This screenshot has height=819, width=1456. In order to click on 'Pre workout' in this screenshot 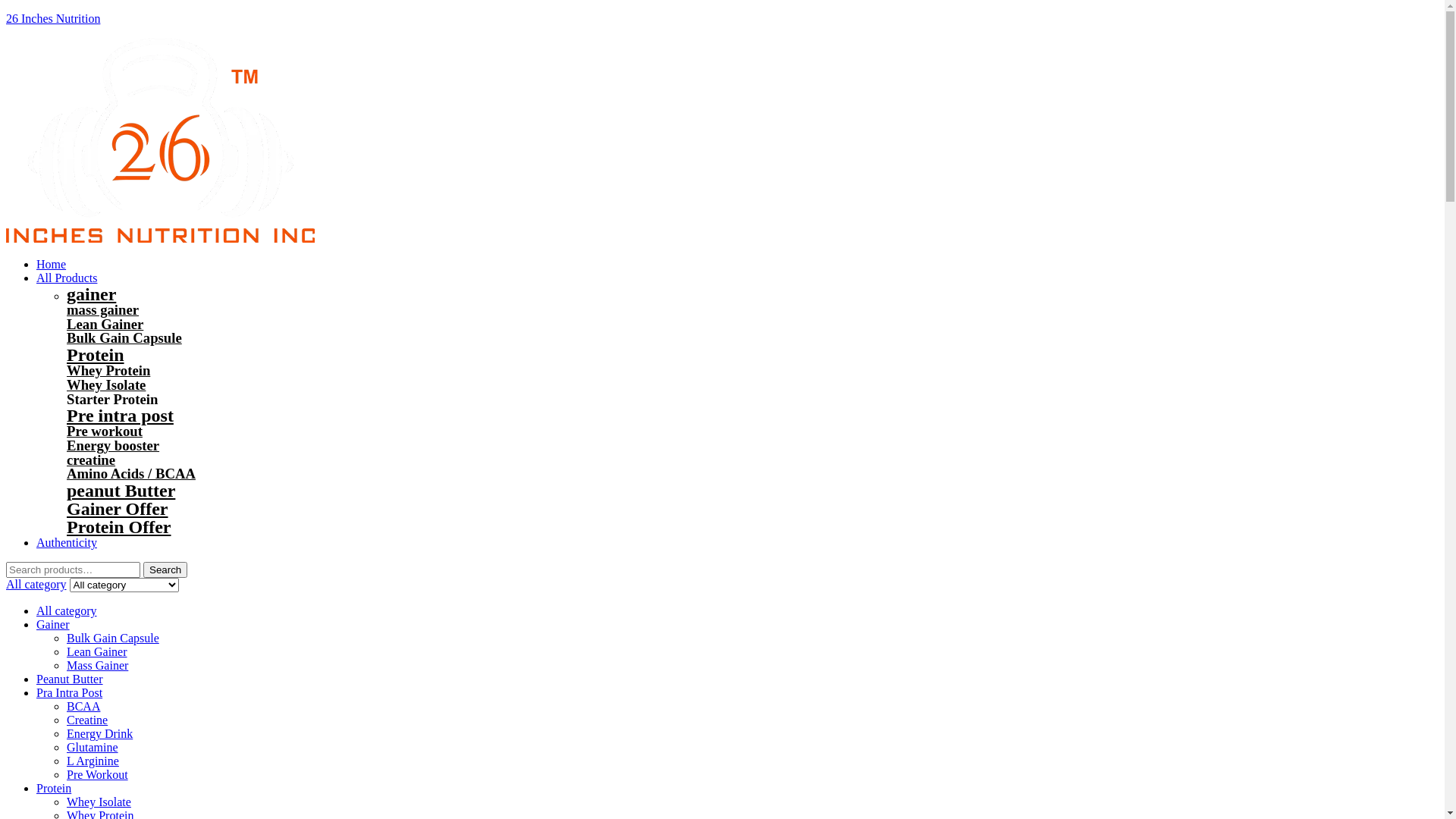, I will do `click(65, 431)`.